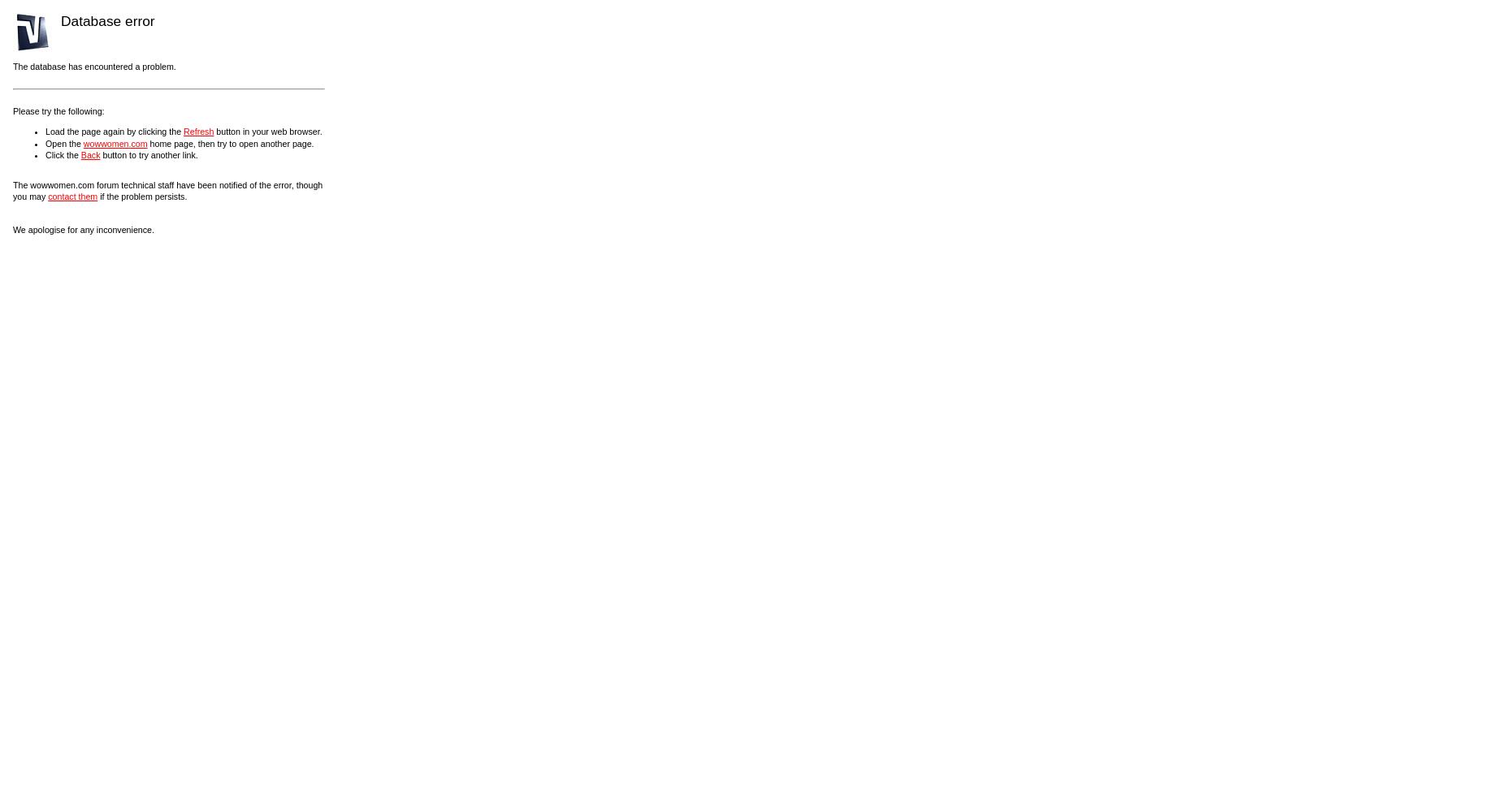  What do you see at coordinates (47, 196) in the screenshot?
I see `'contact them'` at bounding box center [47, 196].